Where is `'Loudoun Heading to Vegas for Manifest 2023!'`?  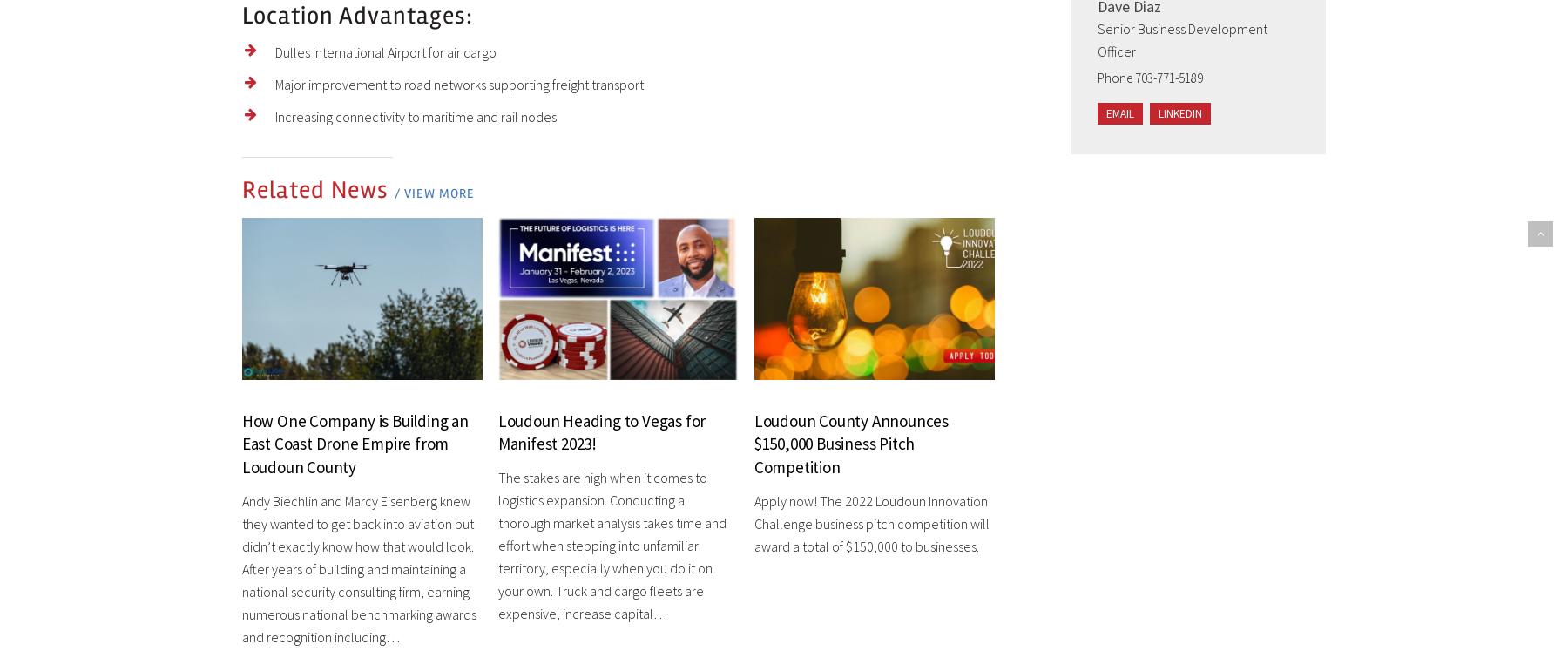
'Loudoun Heading to Vegas for Manifest 2023!' is located at coordinates (497, 430).